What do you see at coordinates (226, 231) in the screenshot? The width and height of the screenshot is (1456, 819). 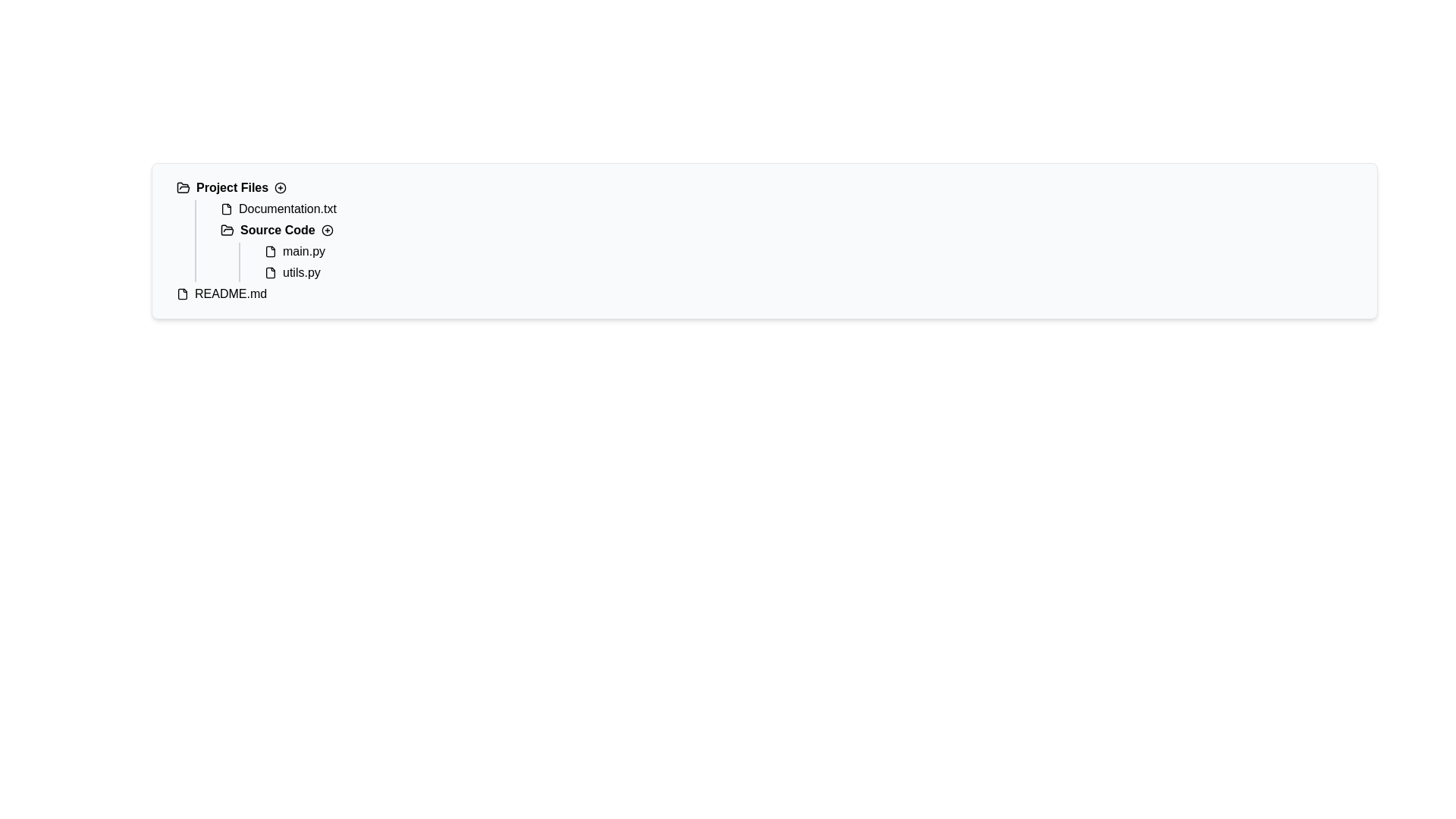 I see `the open folder icon SVG image located to the left of the 'Source Code' text to interact with the directory` at bounding box center [226, 231].